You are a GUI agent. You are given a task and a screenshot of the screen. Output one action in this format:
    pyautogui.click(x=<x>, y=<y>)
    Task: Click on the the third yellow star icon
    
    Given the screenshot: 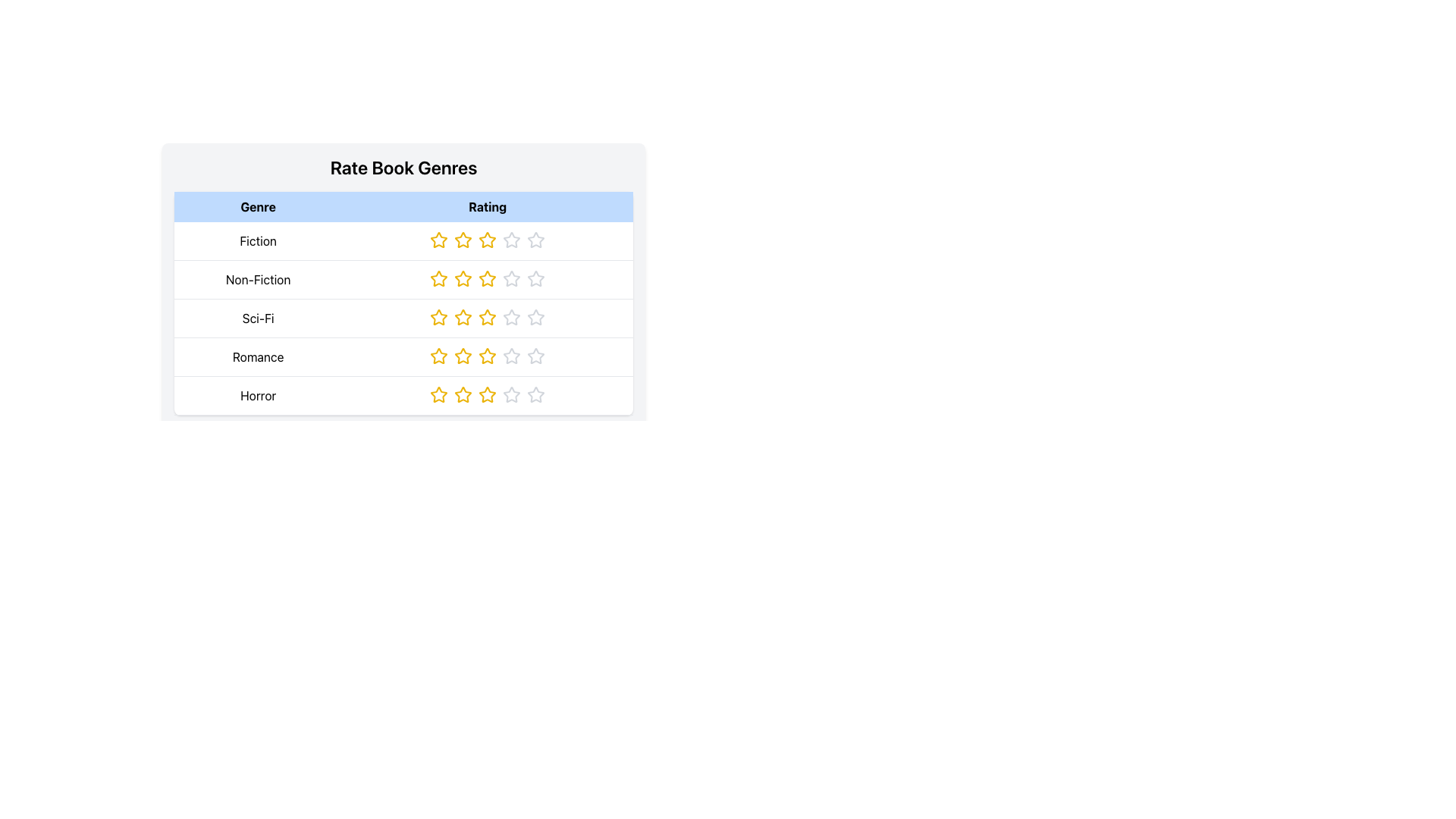 What is the action you would take?
    pyautogui.click(x=488, y=394)
    